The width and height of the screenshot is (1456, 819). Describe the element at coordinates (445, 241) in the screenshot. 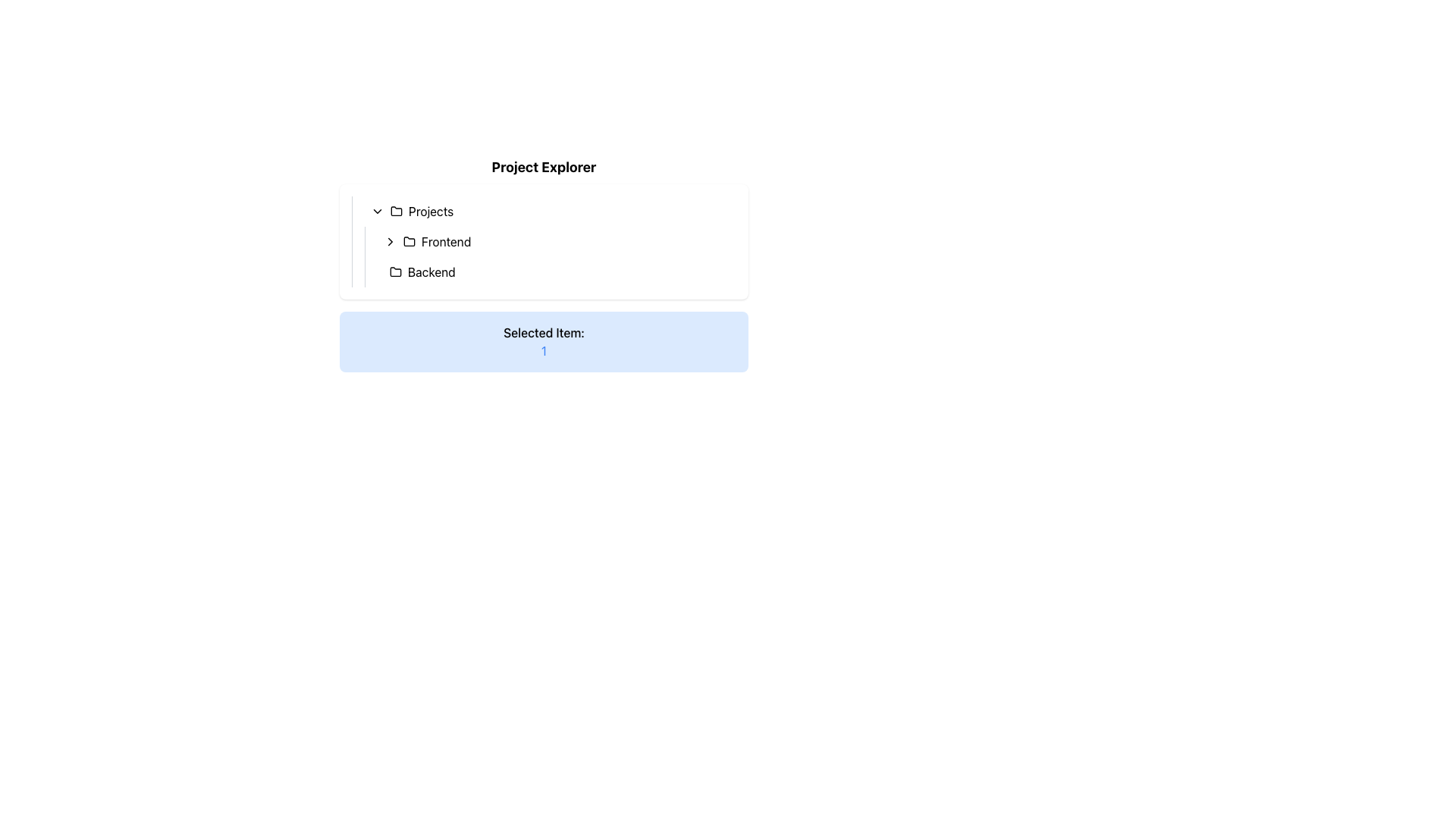

I see `the text label 'Frontend' under the 'Projects' section in the Project Explorer` at that location.